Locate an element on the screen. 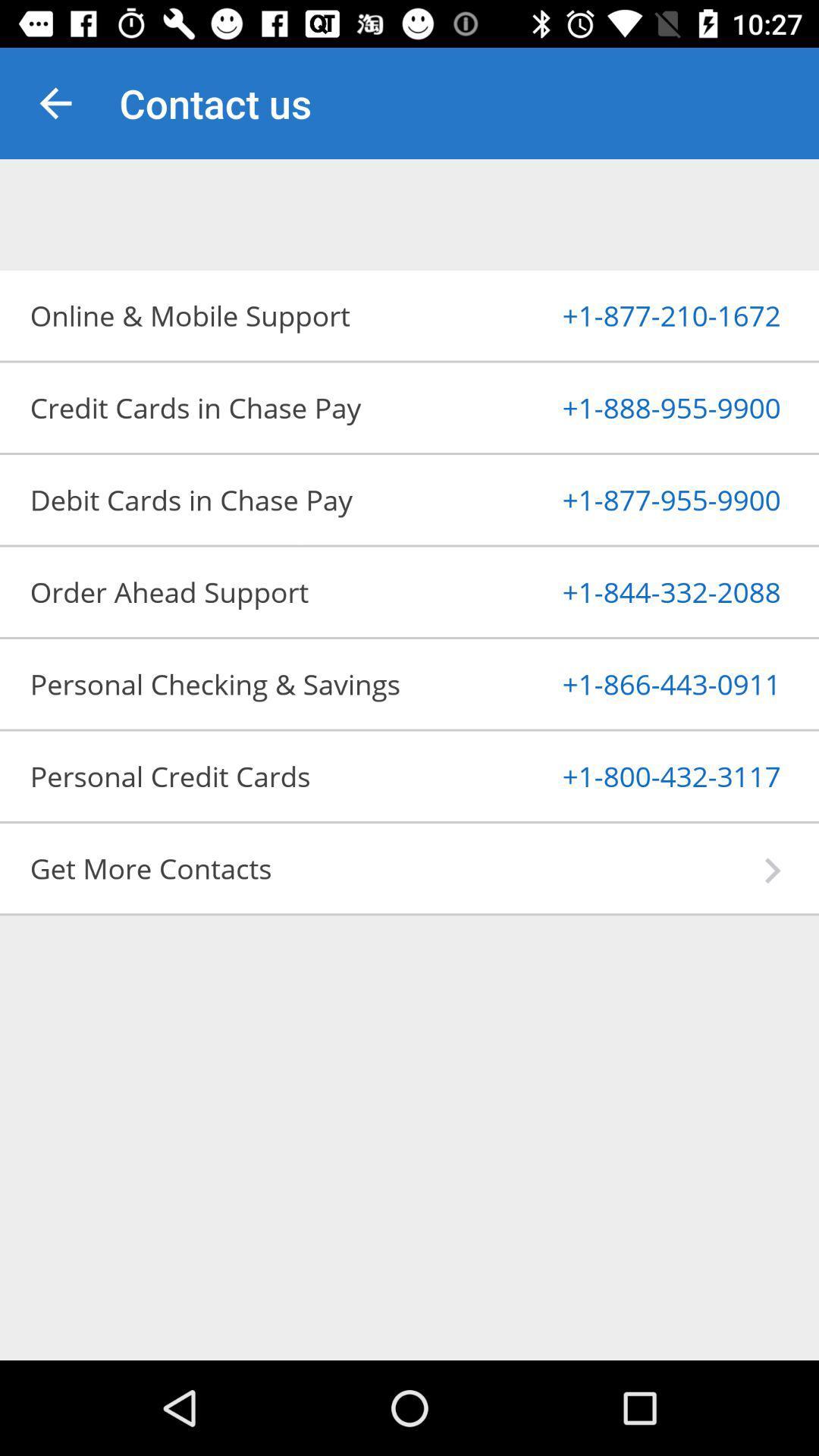 Image resolution: width=819 pixels, height=1456 pixels. app to the left of the contact us item is located at coordinates (55, 102).